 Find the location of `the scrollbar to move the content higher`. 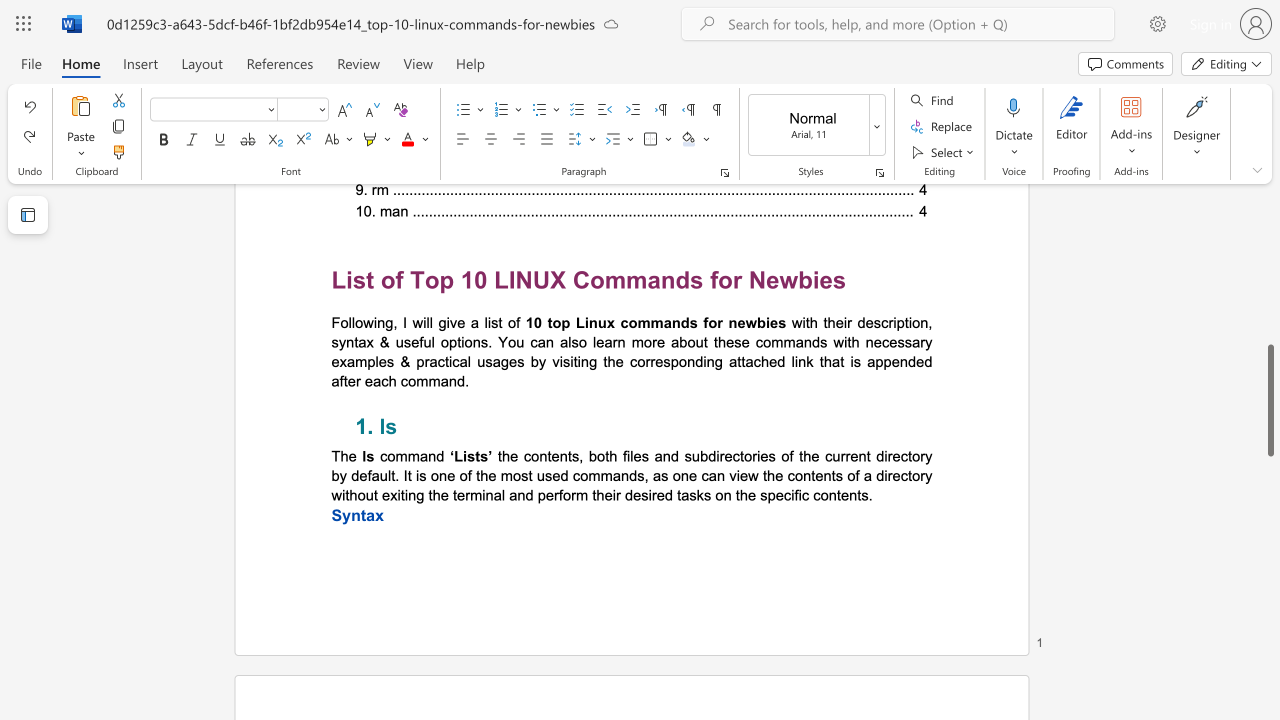

the scrollbar to move the content higher is located at coordinates (1269, 158).